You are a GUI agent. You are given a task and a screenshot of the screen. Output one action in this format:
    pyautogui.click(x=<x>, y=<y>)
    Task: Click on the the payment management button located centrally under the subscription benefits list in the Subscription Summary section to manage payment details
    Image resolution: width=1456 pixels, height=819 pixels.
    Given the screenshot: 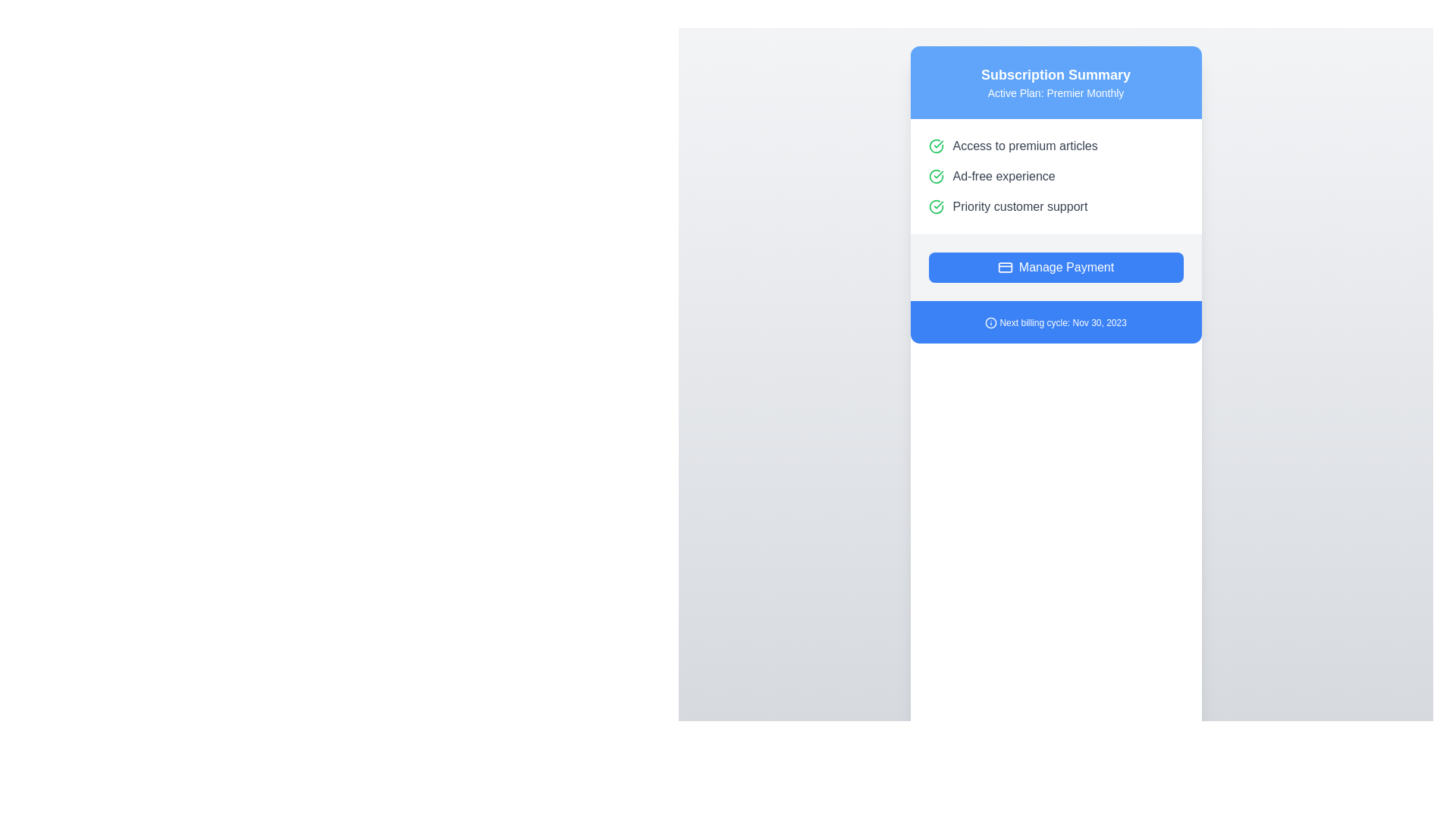 What is the action you would take?
    pyautogui.click(x=1055, y=267)
    